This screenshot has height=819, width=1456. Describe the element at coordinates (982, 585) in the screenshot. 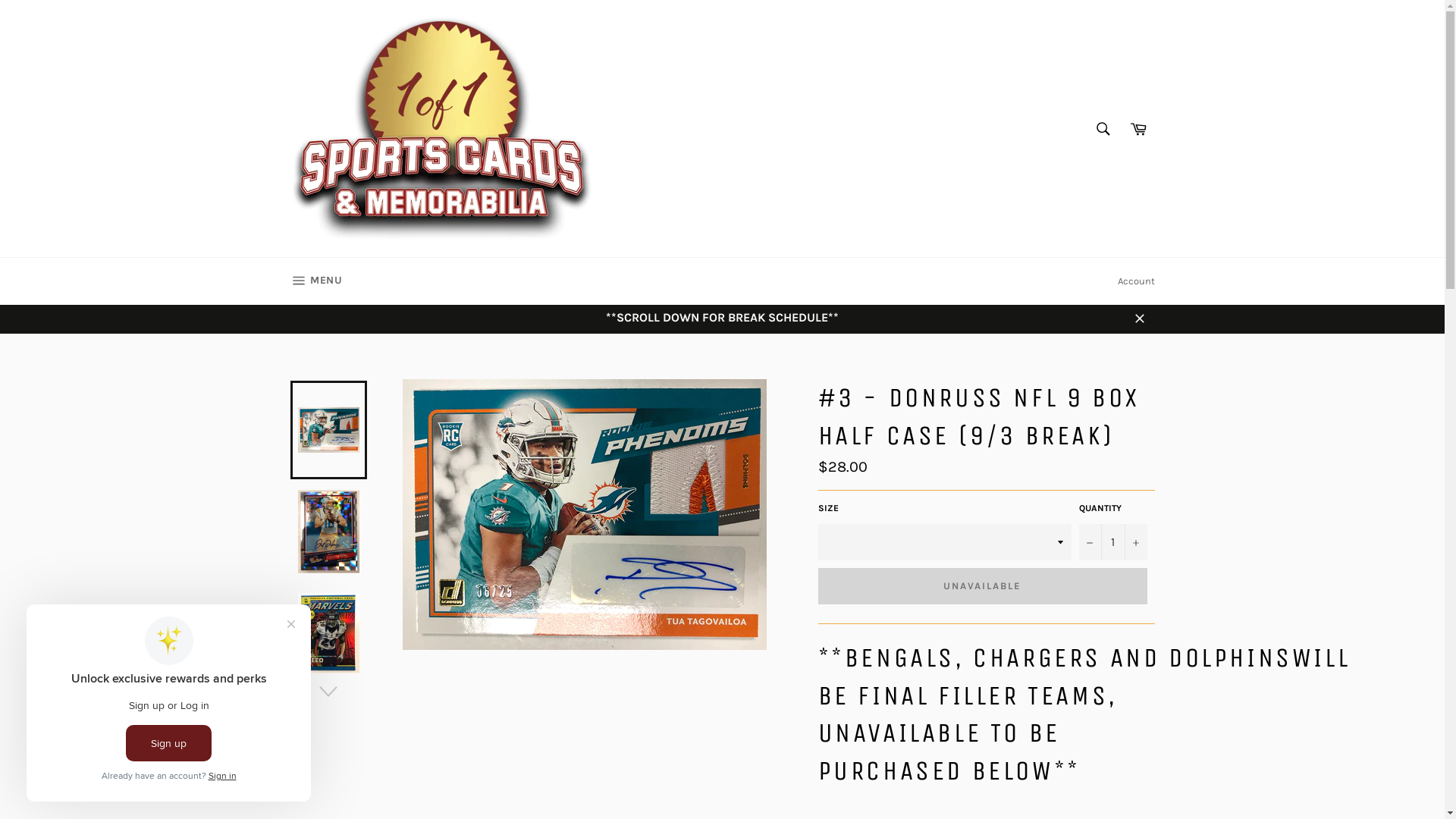

I see `'UNAVAILABLE'` at that location.